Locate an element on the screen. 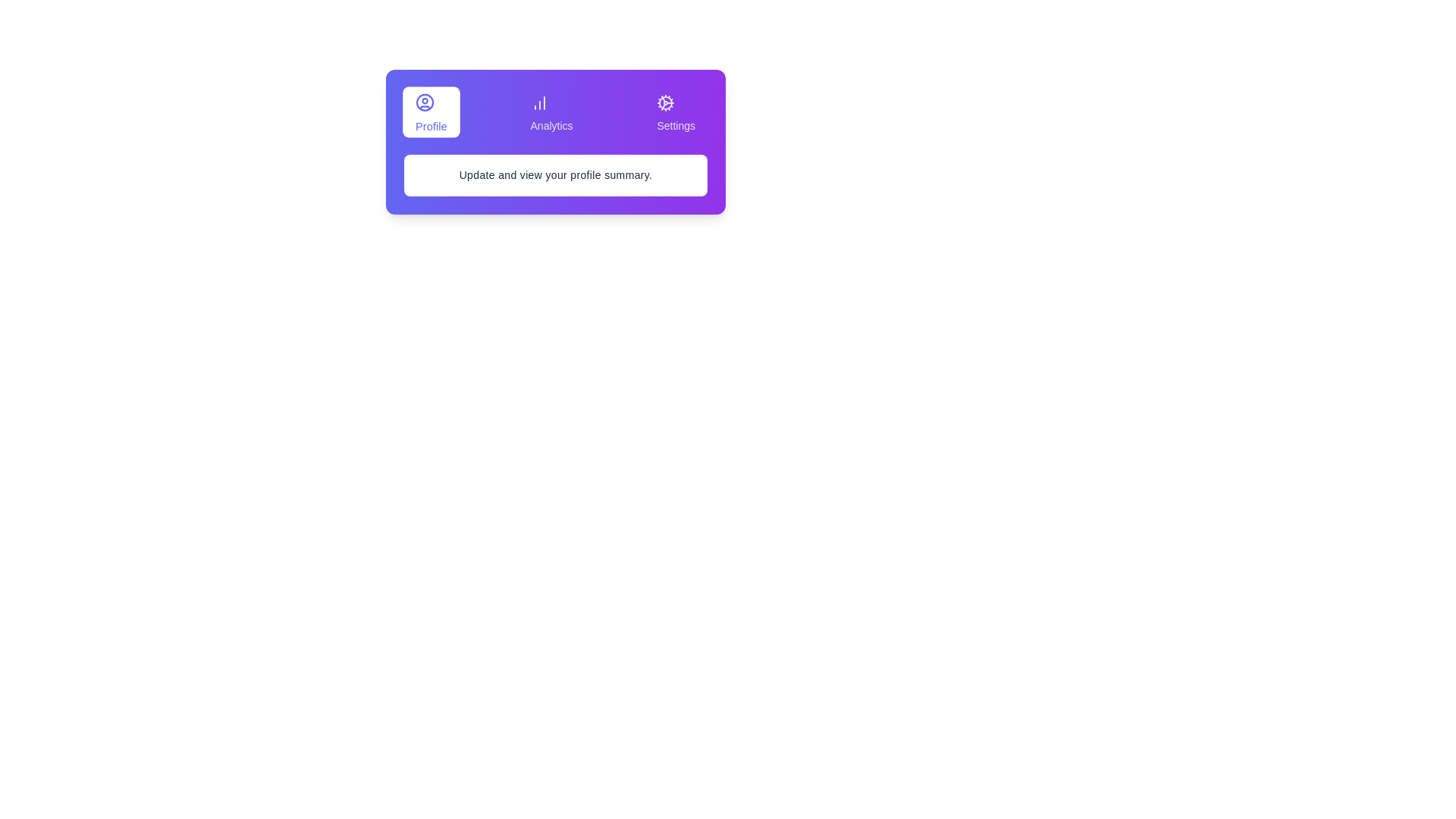 The image size is (1456, 819). the Settings tab to trigger hover effects is located at coordinates (675, 111).